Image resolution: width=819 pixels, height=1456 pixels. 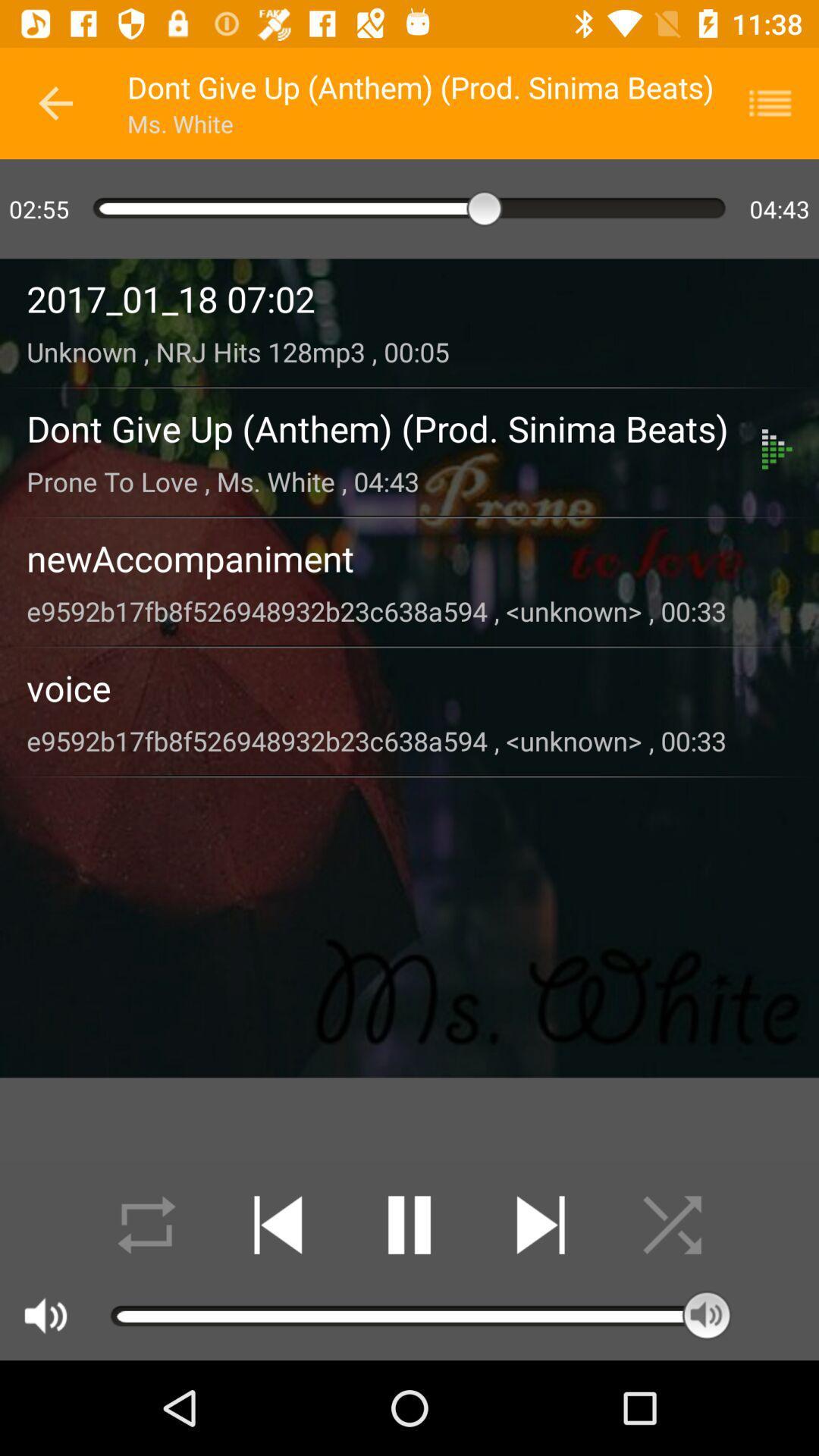 What do you see at coordinates (394, 480) in the screenshot?
I see `the icon below dont give up item` at bounding box center [394, 480].